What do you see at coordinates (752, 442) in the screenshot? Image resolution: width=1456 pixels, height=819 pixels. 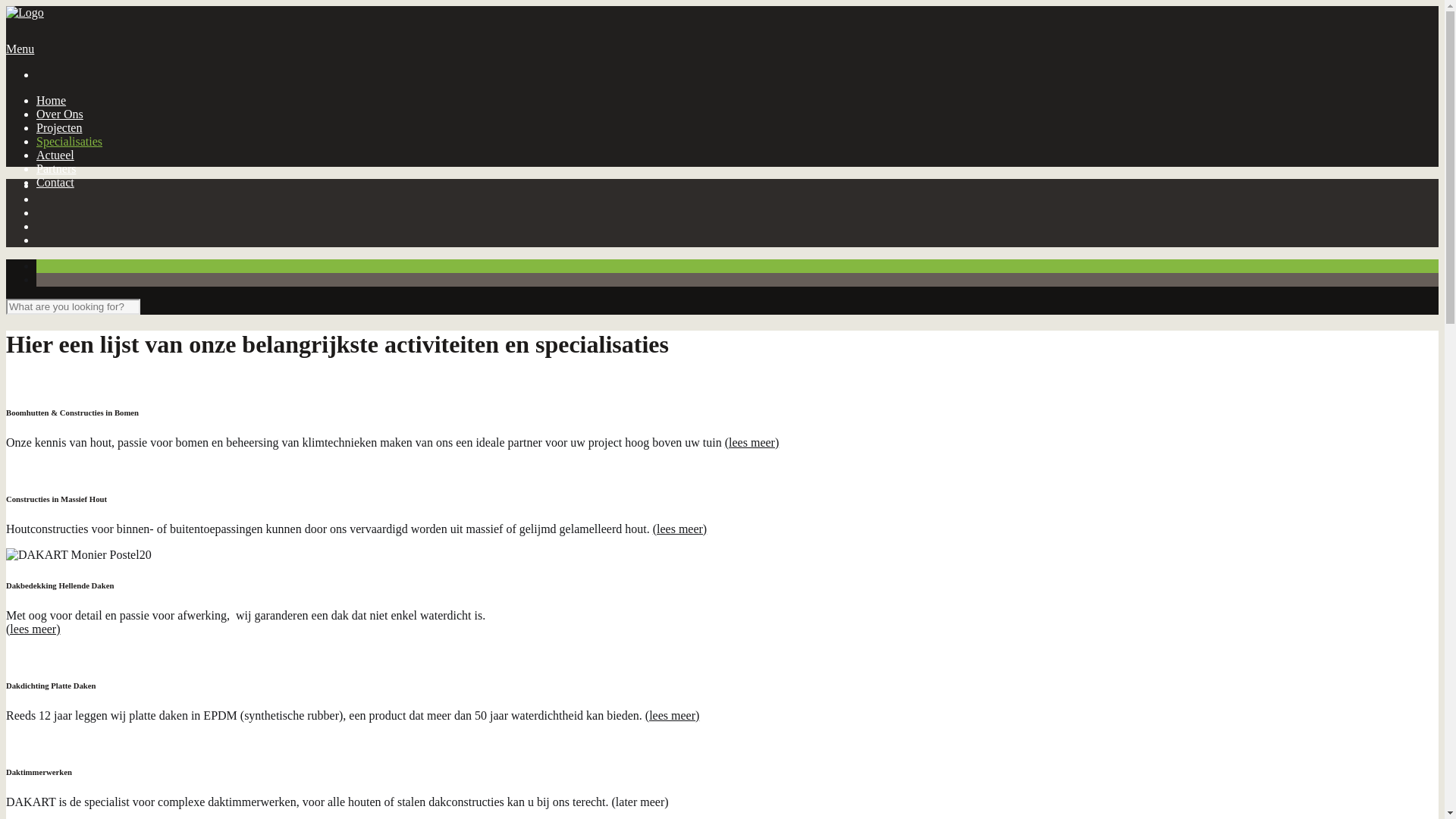 I see `'(lees meer)'` at bounding box center [752, 442].